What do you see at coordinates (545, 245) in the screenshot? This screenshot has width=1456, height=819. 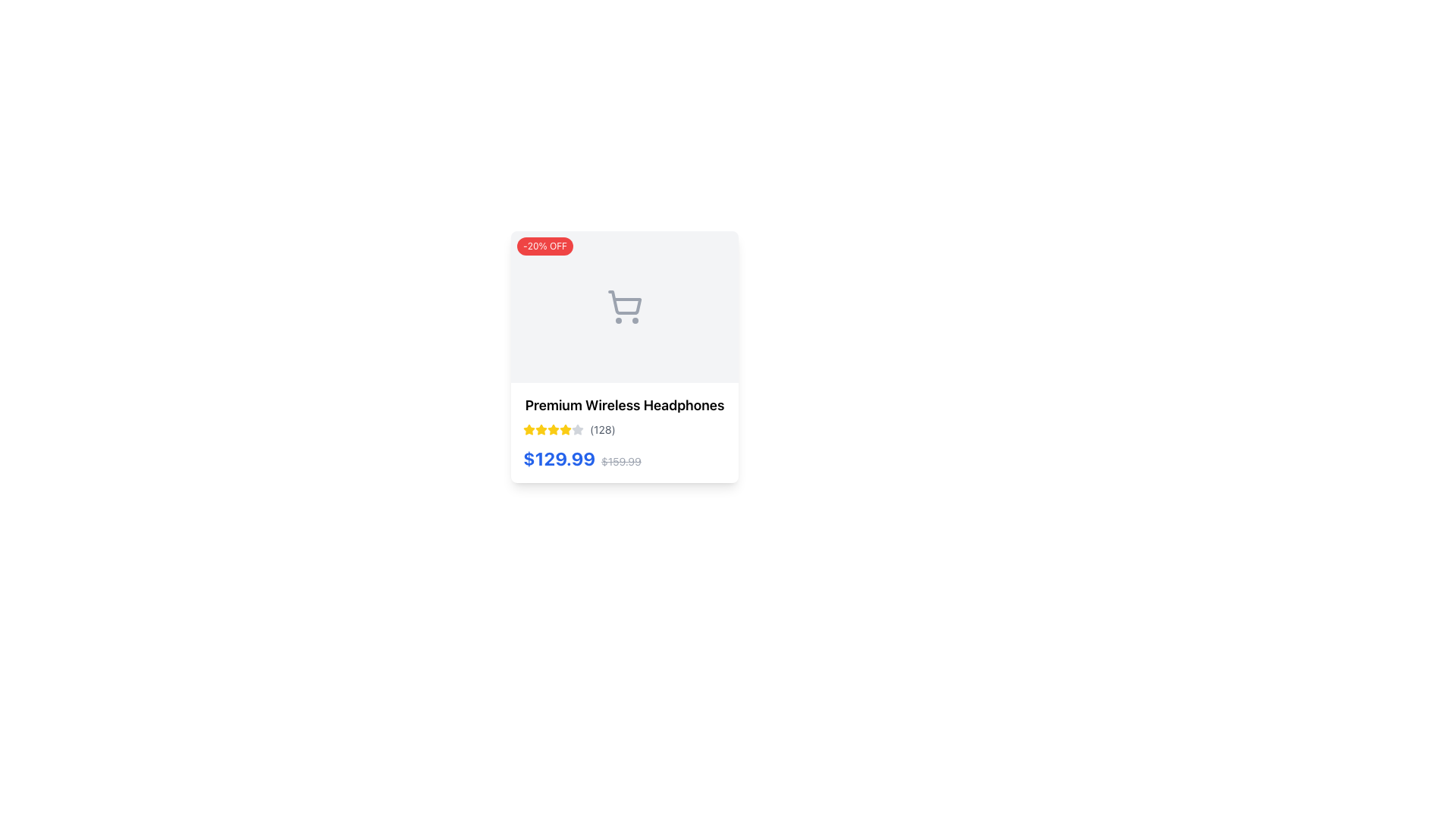 I see `the promotional discount label indicating a 20% discount located at the top-left corner of the product card` at bounding box center [545, 245].